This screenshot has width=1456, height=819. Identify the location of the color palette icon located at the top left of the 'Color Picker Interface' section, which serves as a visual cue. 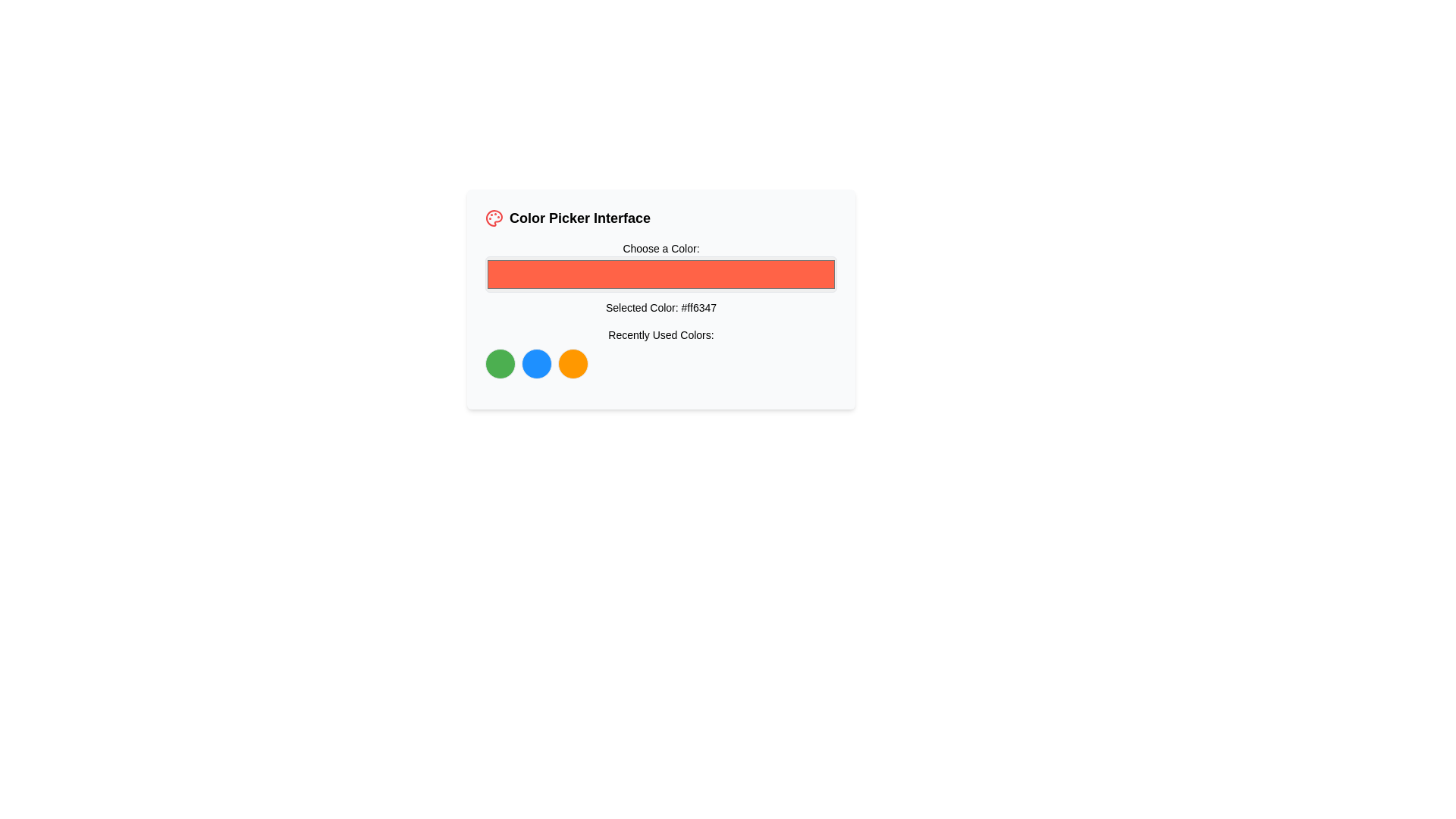
(494, 218).